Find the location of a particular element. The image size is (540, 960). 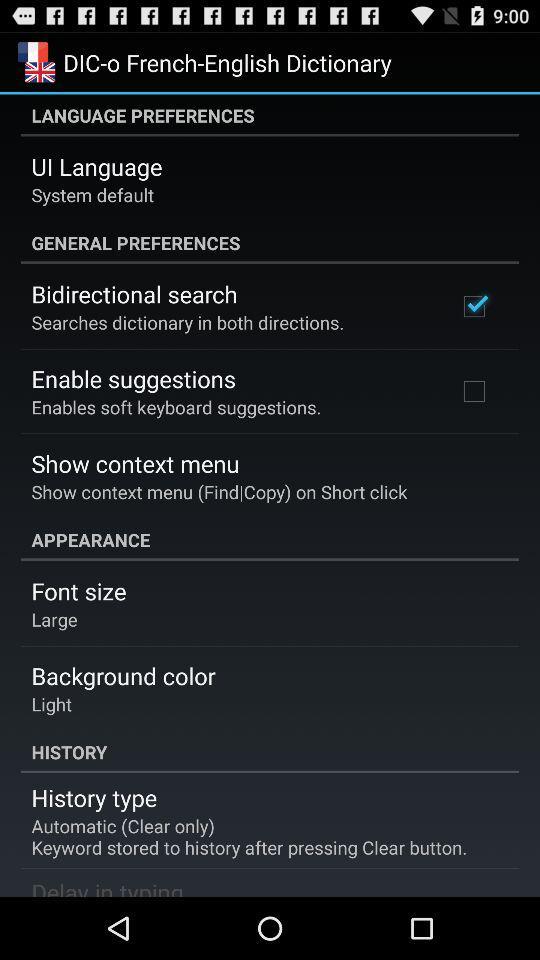

the app above searches dictionary in is located at coordinates (134, 293).